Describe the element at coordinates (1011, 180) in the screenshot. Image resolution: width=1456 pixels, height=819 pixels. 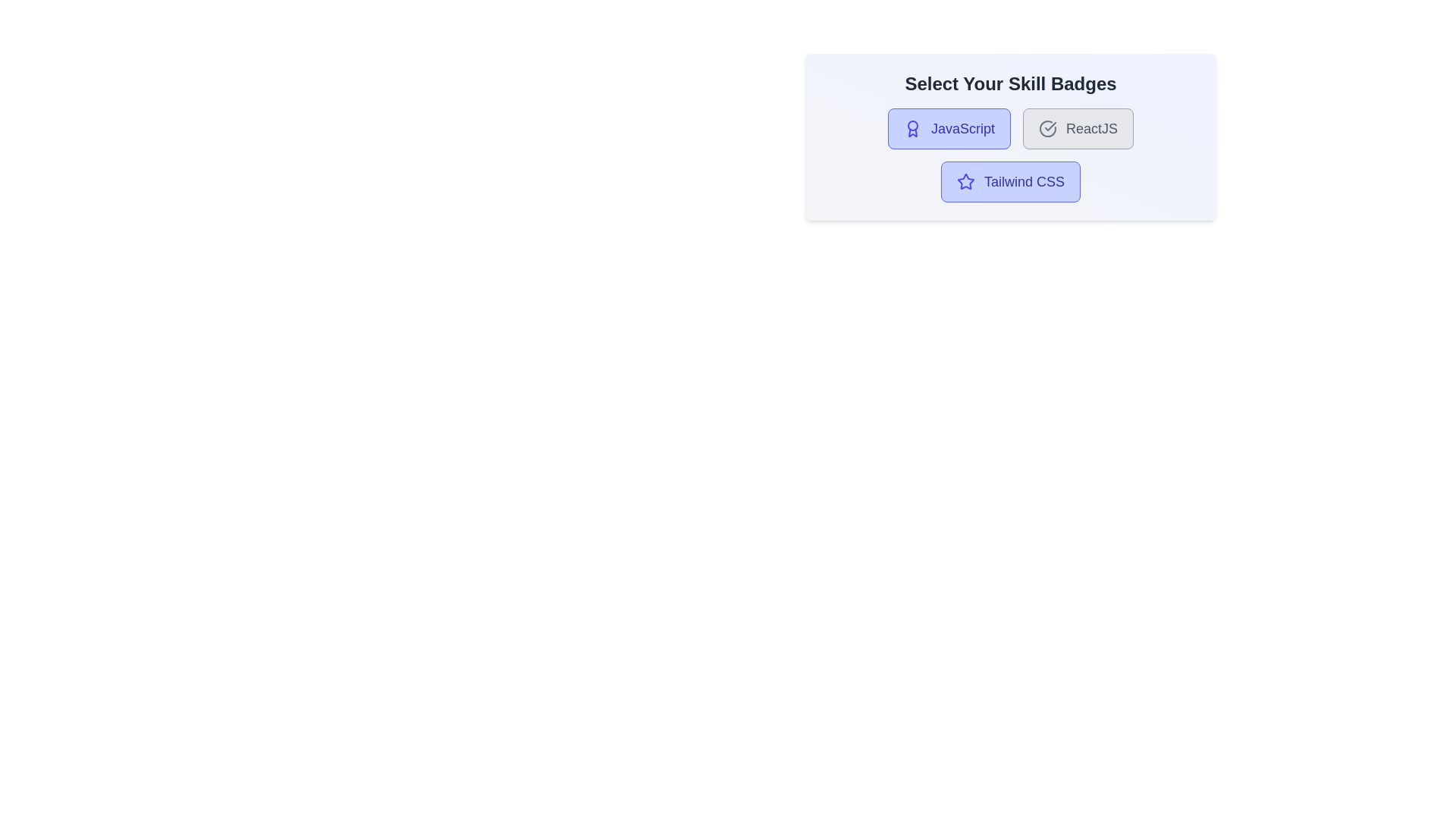
I see `the skill badge Tailwind CSS` at that location.